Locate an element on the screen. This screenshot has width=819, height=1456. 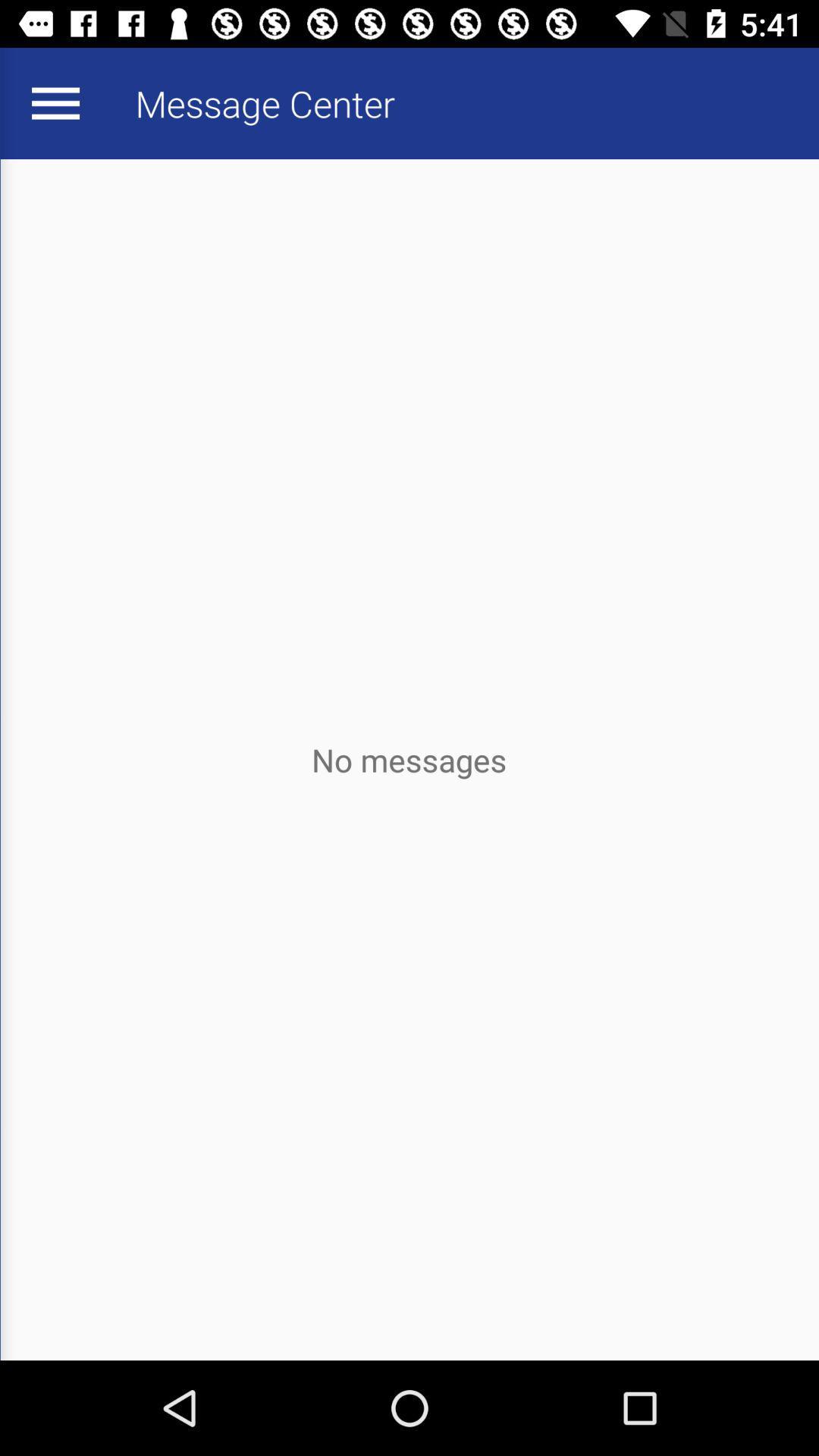
the menu icon is located at coordinates (55, 102).